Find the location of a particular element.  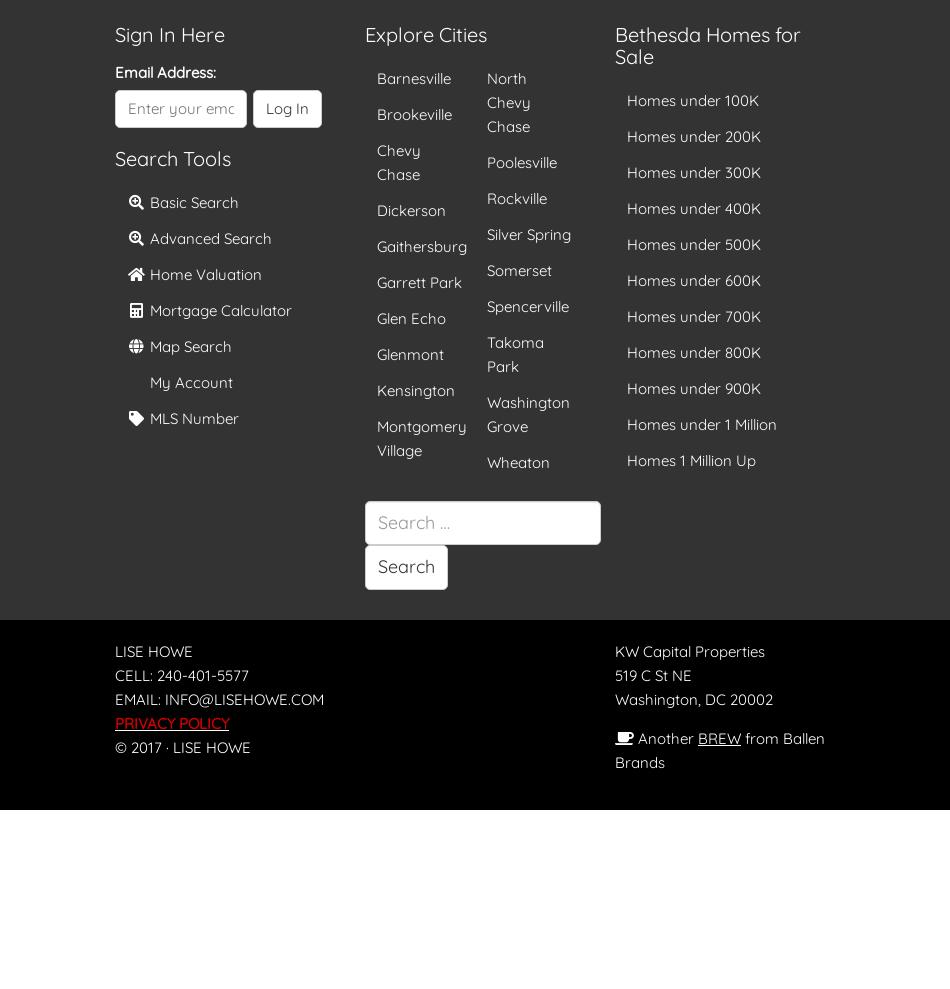

'Basic Search' is located at coordinates (191, 201).